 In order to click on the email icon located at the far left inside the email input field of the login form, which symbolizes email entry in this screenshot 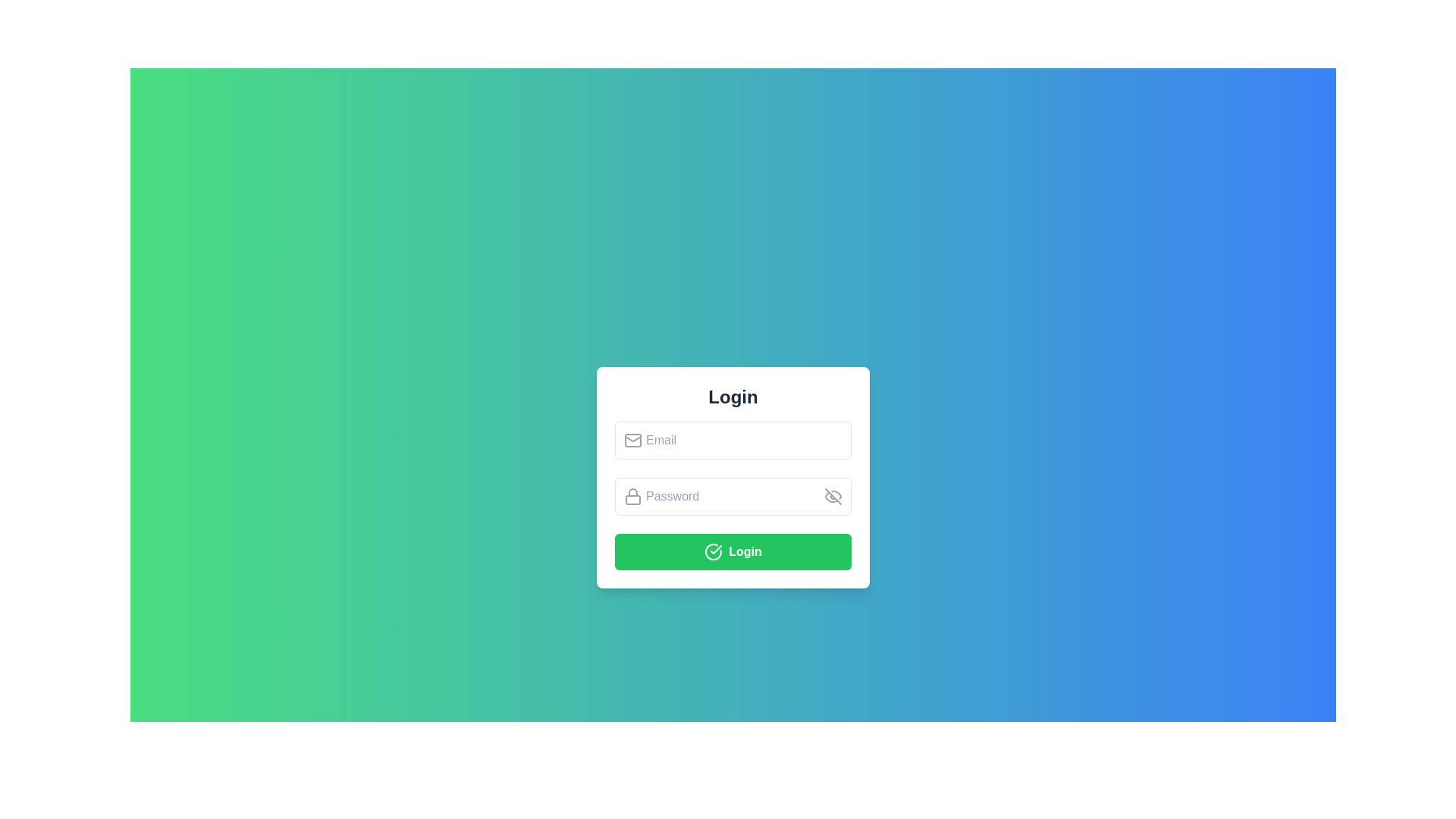, I will do `click(633, 439)`.